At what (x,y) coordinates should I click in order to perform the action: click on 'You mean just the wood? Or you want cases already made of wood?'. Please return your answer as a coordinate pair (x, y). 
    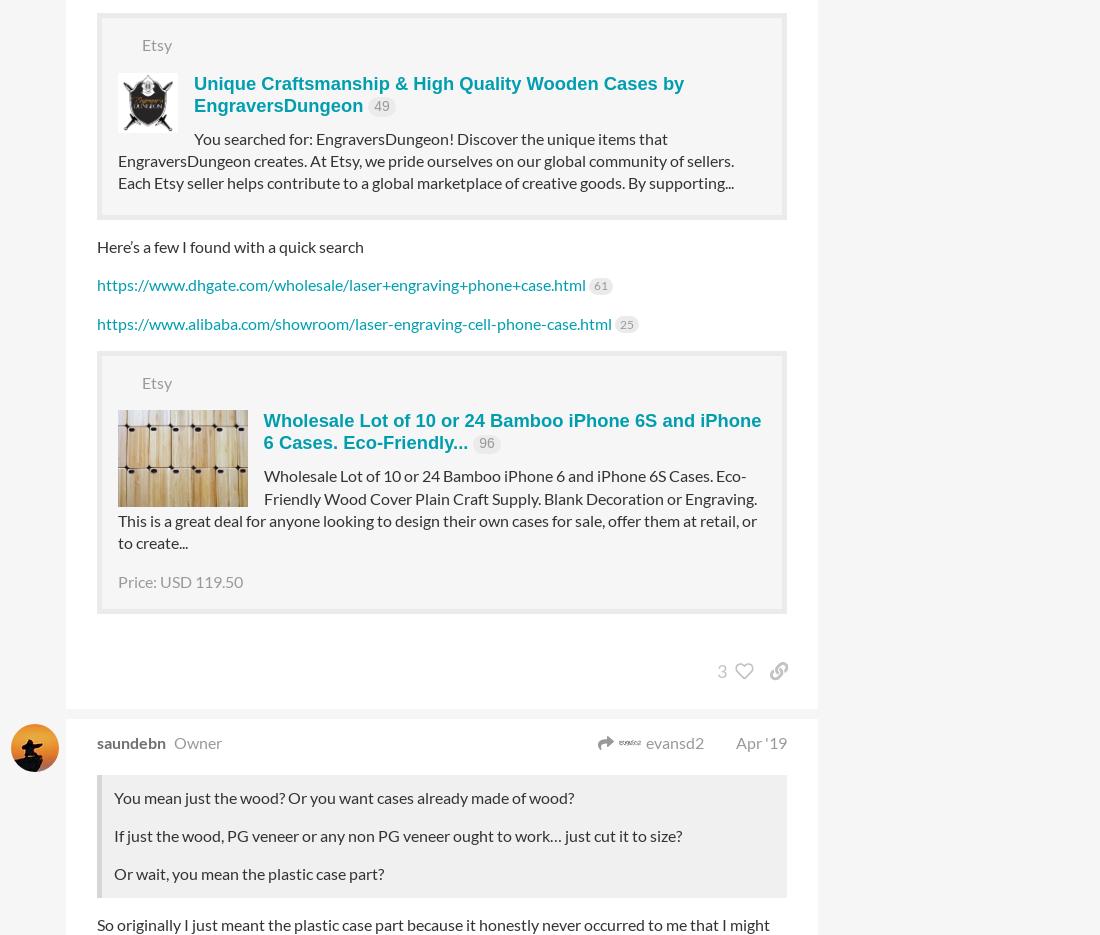
    Looking at the image, I should click on (342, 795).